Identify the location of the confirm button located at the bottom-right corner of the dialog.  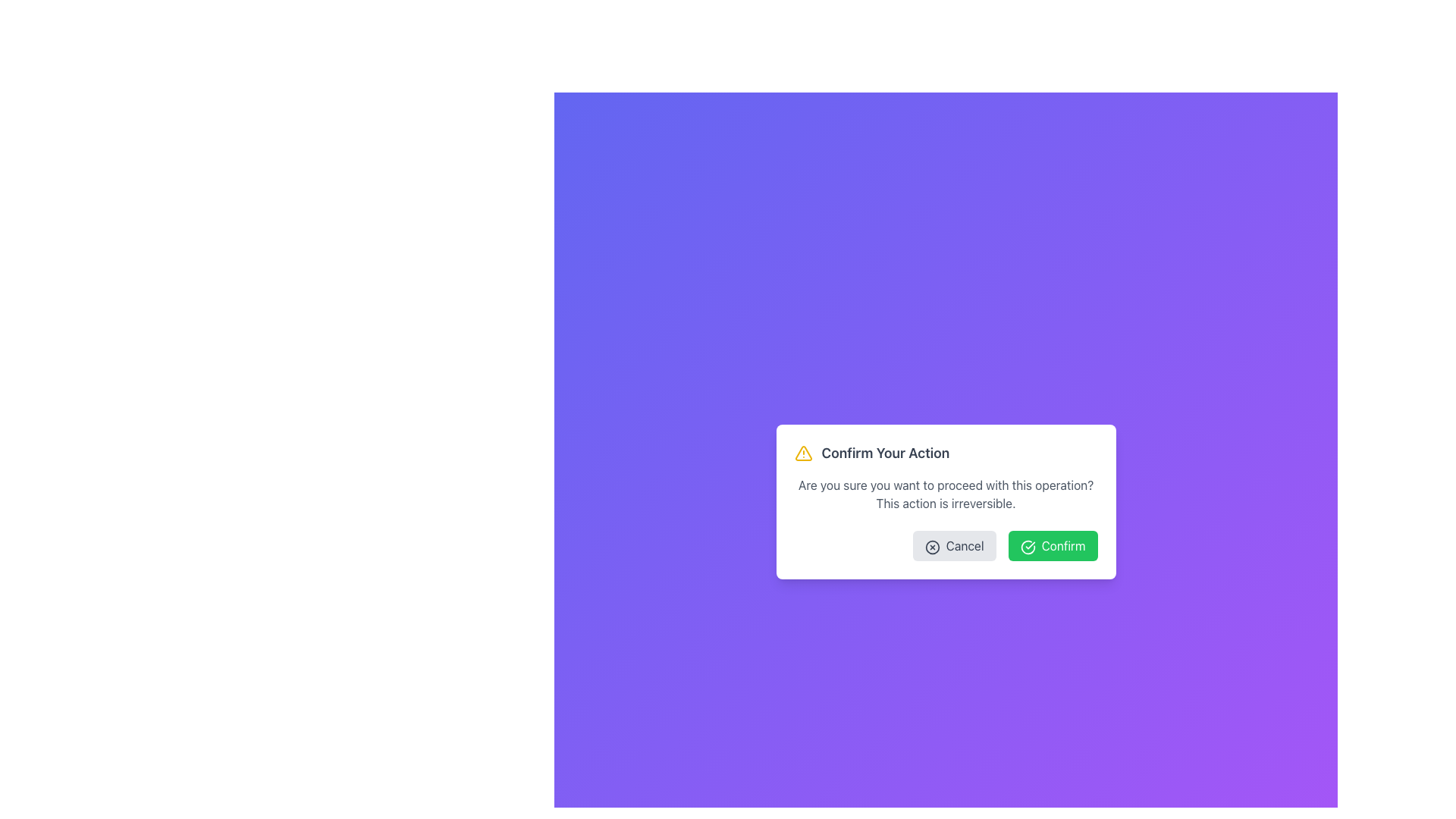
(1052, 546).